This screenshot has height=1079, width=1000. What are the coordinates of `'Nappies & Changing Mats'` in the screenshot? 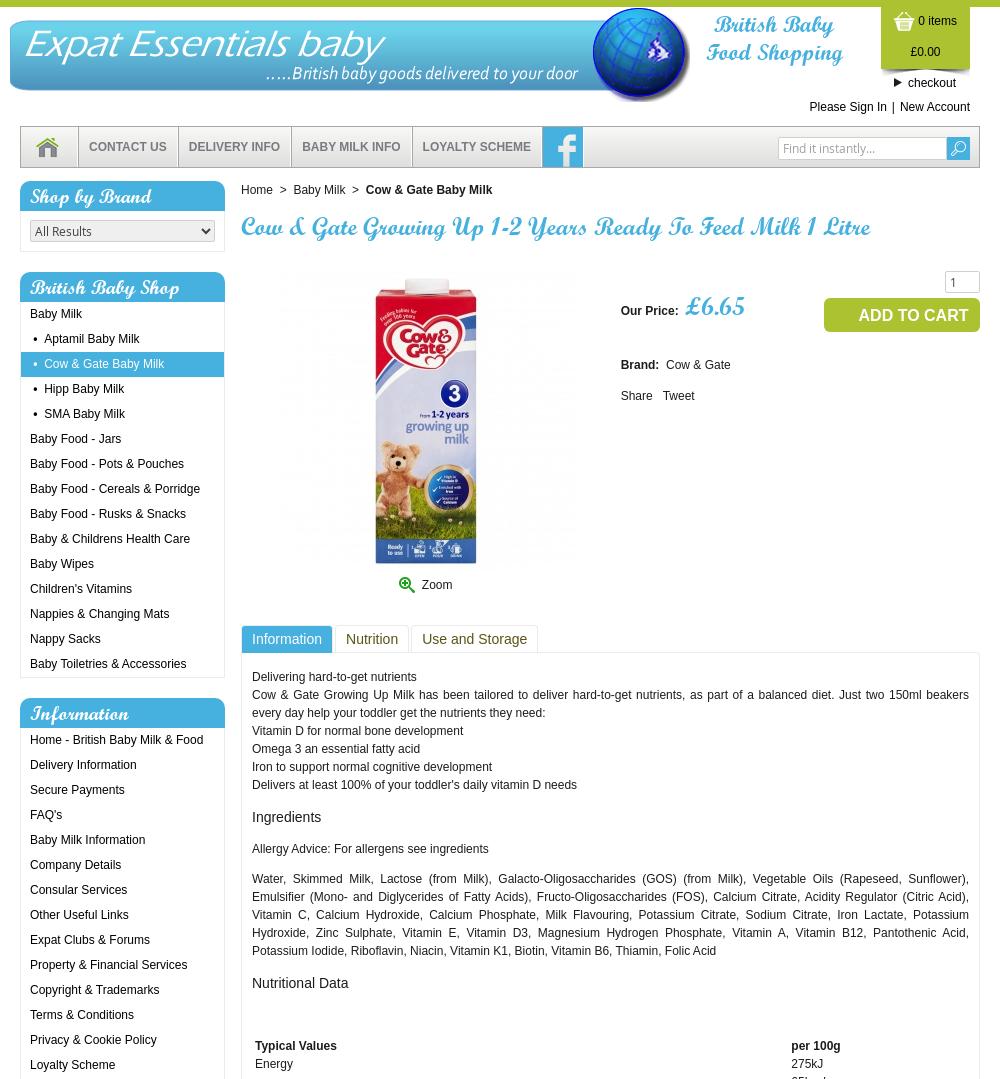 It's located at (30, 613).